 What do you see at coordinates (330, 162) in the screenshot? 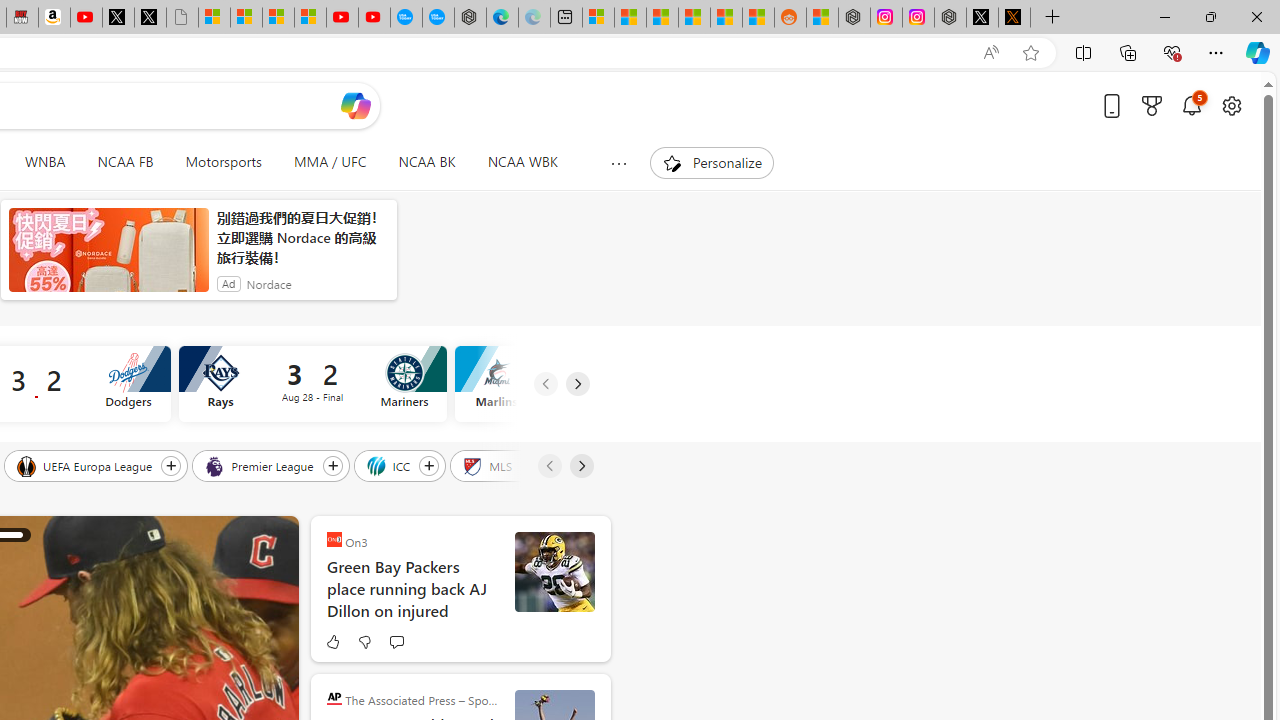
I see `'MMA / UFC'` at bounding box center [330, 162].